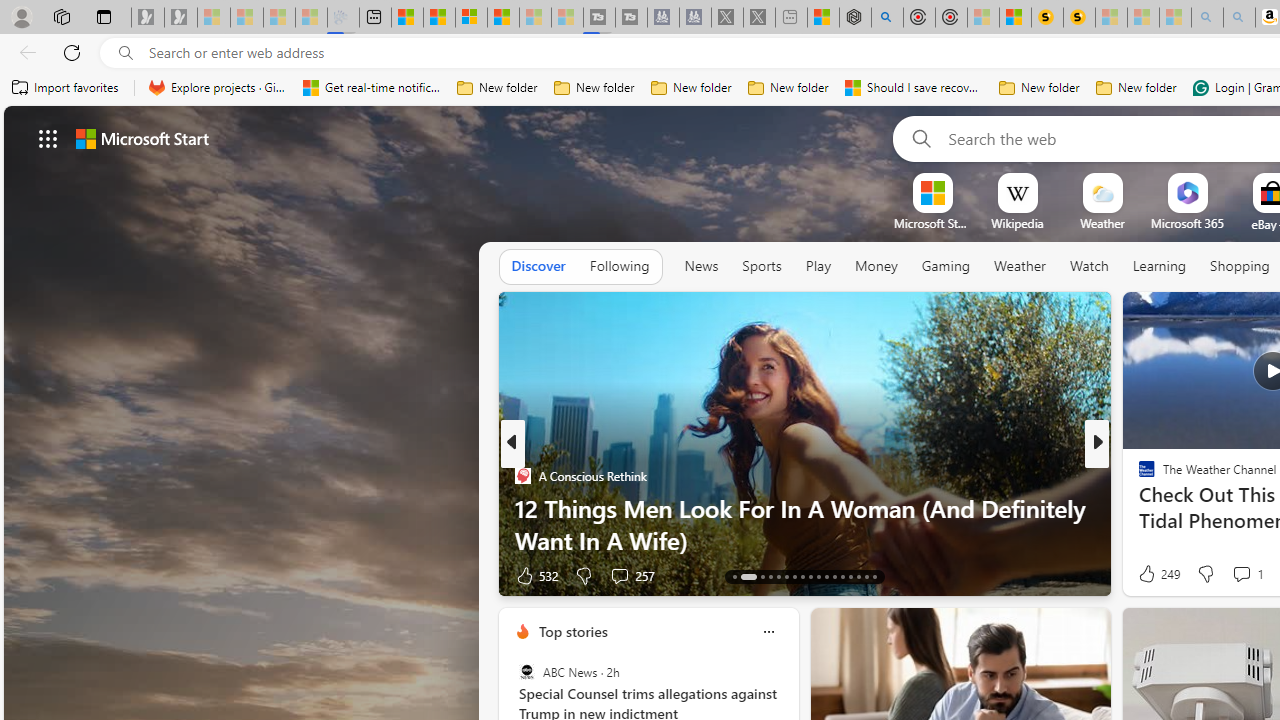 Image resolution: width=1280 pixels, height=720 pixels. What do you see at coordinates (874, 577) in the screenshot?
I see `'AutomationID: tab-29'` at bounding box center [874, 577].